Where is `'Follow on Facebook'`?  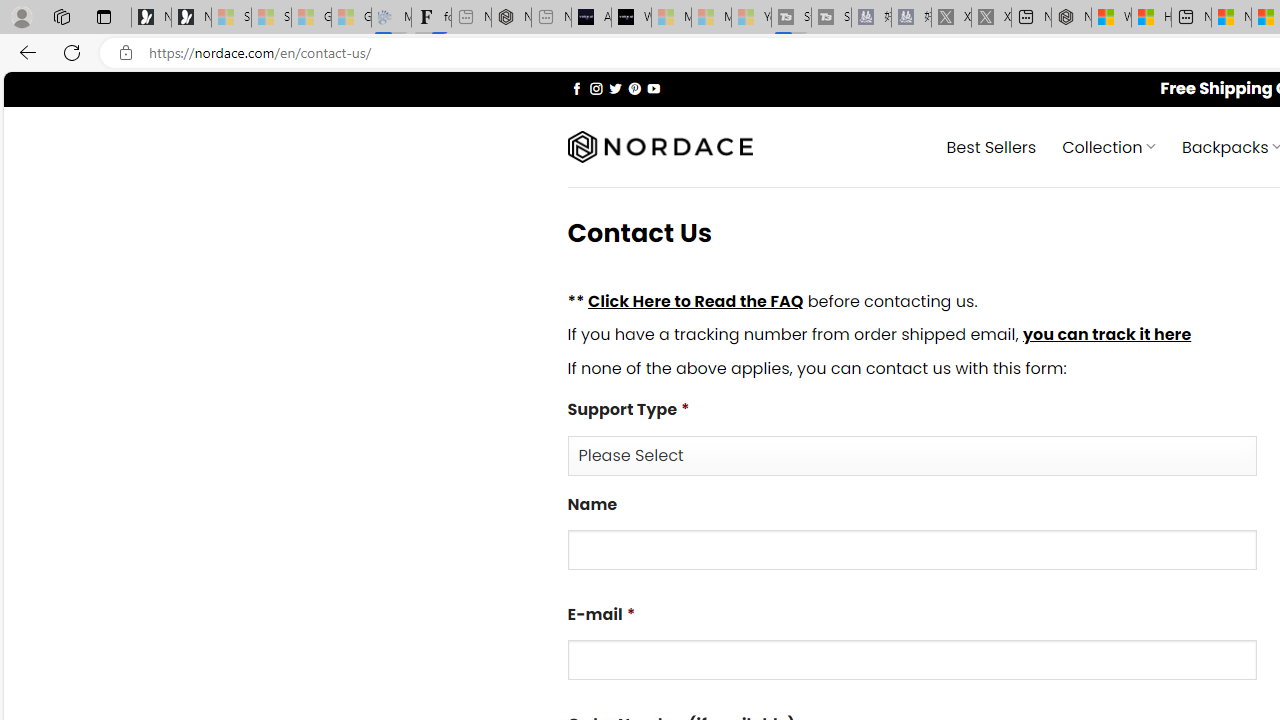 'Follow on Facebook' is located at coordinates (576, 87).